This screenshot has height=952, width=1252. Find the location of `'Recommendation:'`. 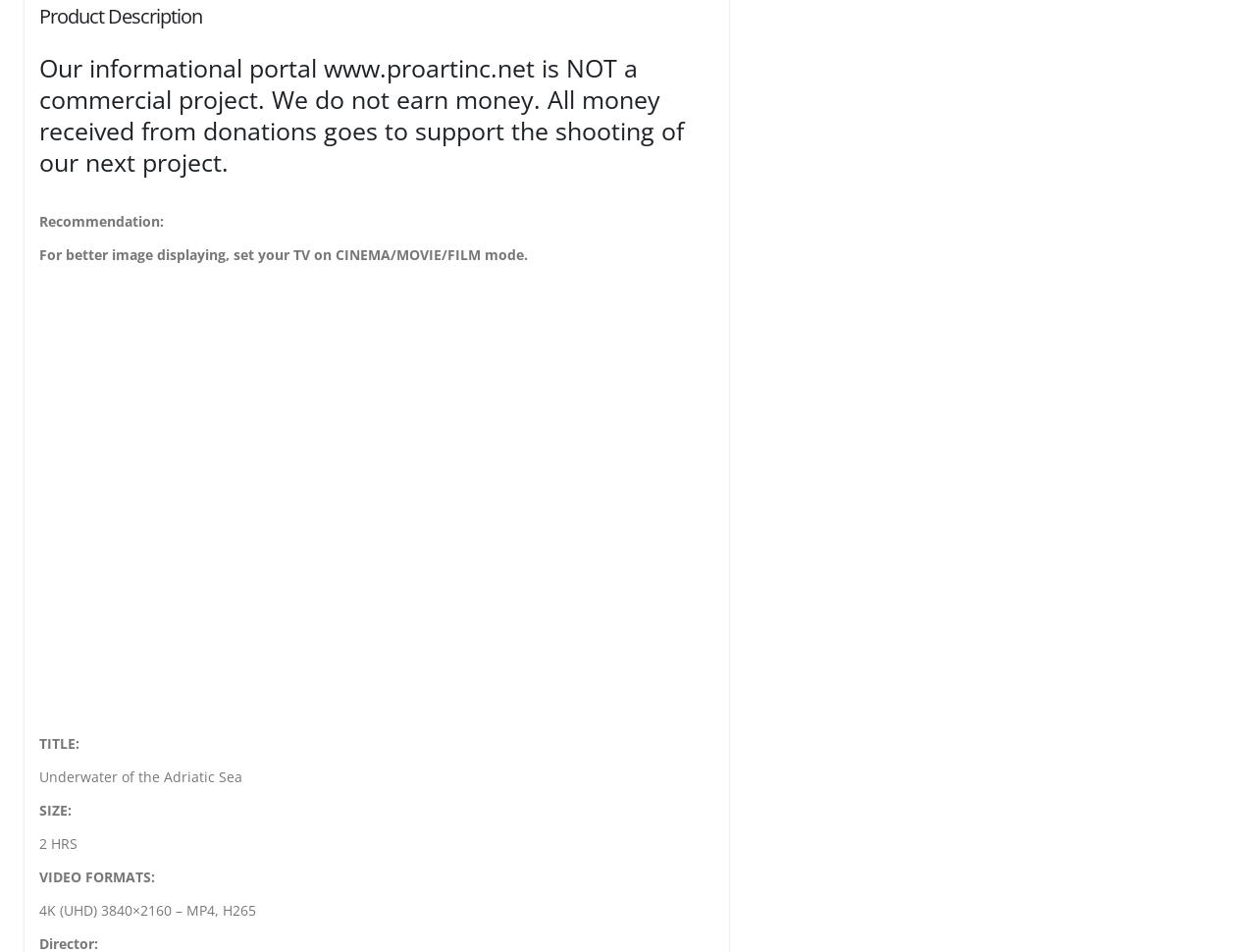

'Recommendation:' is located at coordinates (100, 220).